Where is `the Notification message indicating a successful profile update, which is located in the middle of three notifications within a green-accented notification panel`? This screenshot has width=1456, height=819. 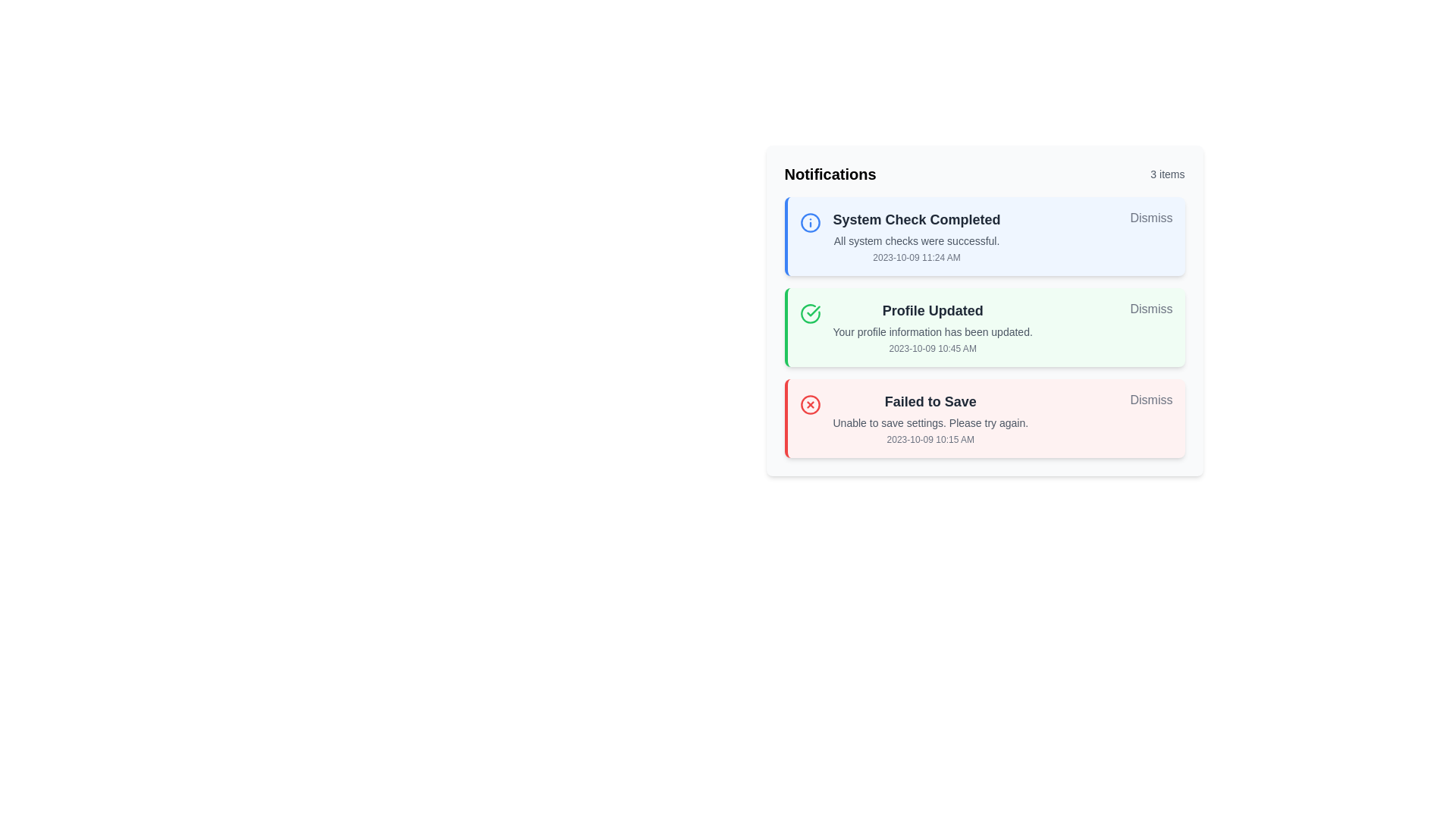
the Notification message indicating a successful profile update, which is located in the middle of three notifications within a green-accented notification panel is located at coordinates (932, 327).